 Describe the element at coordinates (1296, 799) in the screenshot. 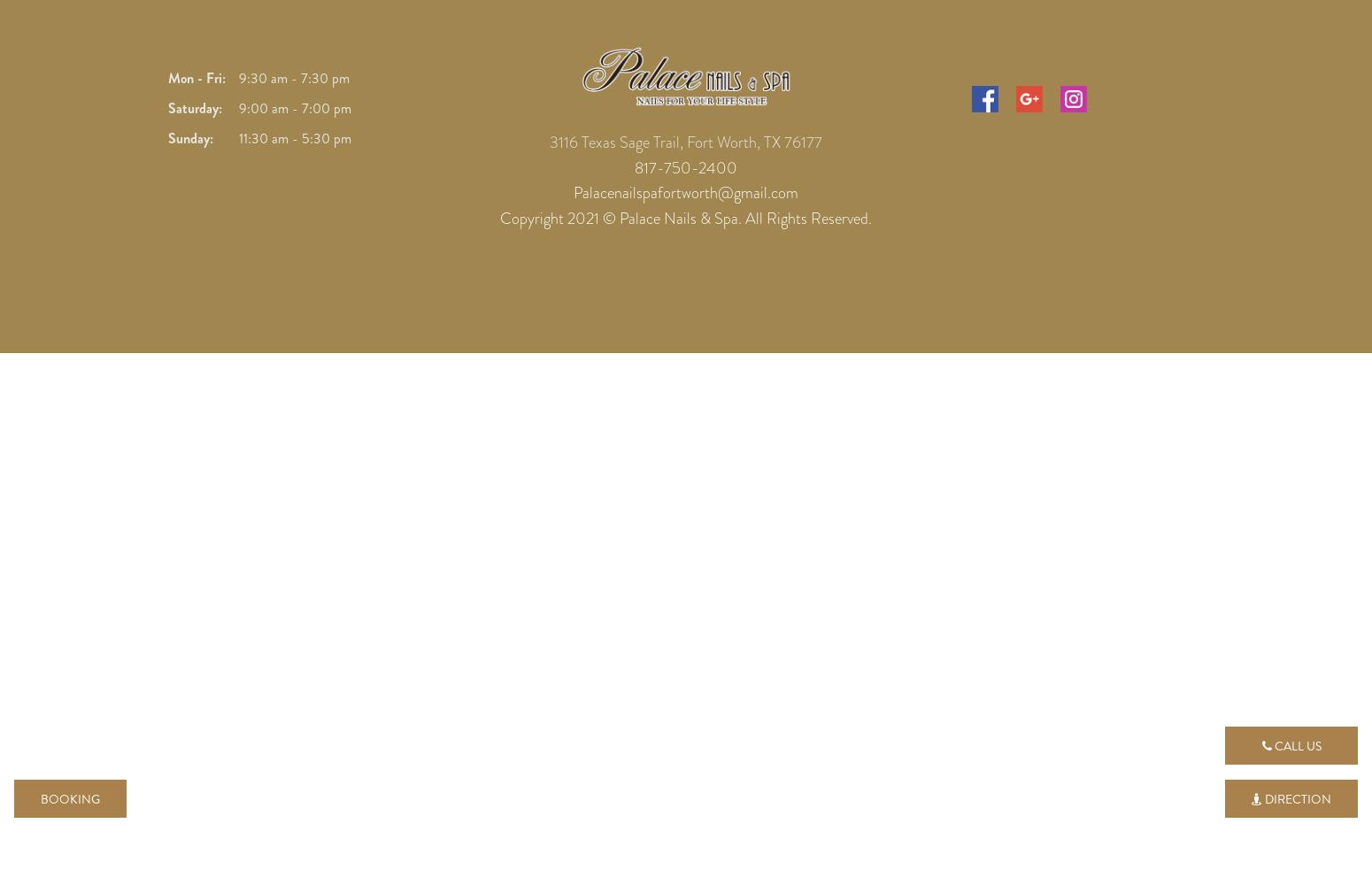

I see `'Direction'` at that location.